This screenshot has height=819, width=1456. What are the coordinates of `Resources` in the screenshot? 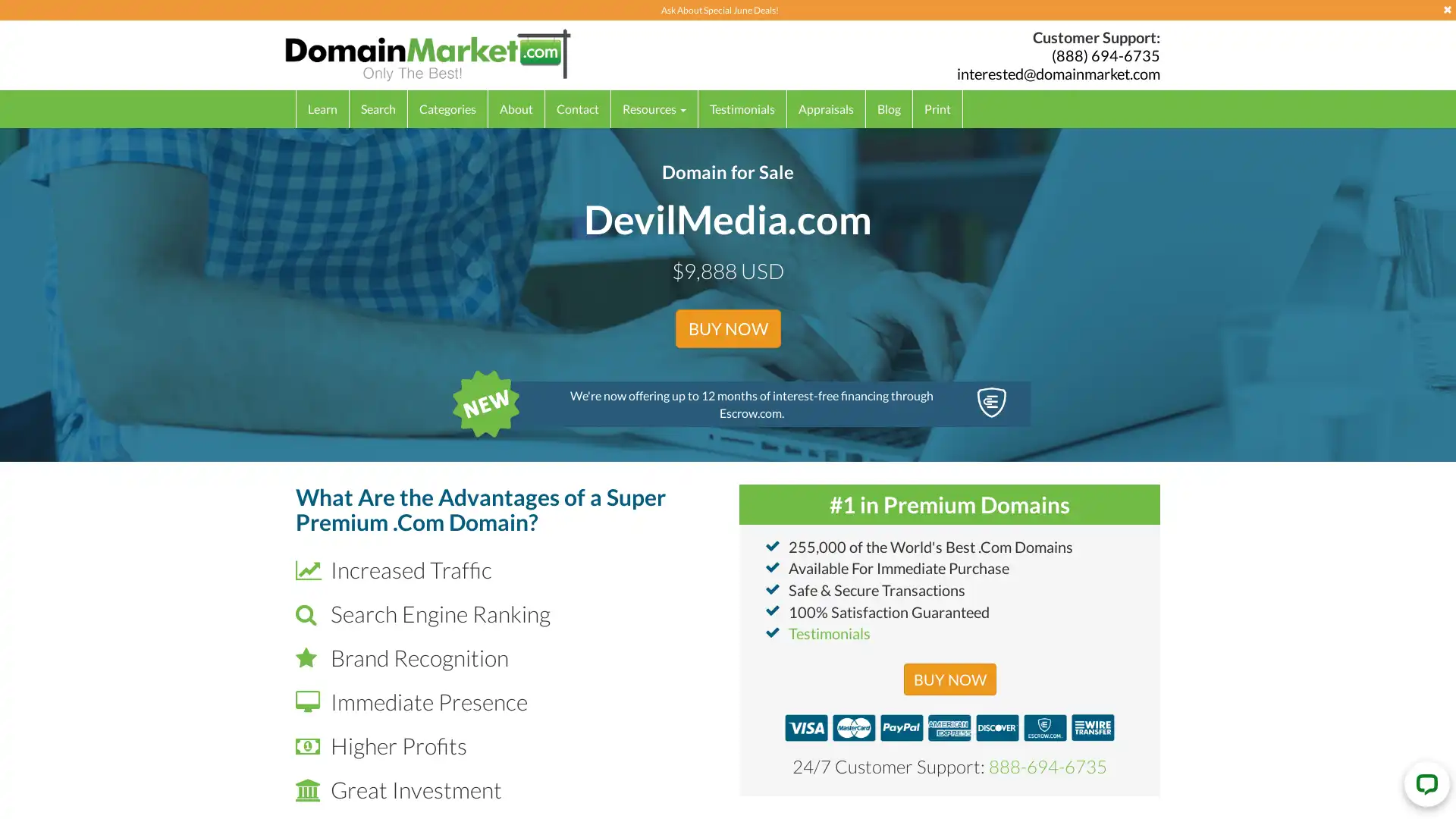 It's located at (654, 108).